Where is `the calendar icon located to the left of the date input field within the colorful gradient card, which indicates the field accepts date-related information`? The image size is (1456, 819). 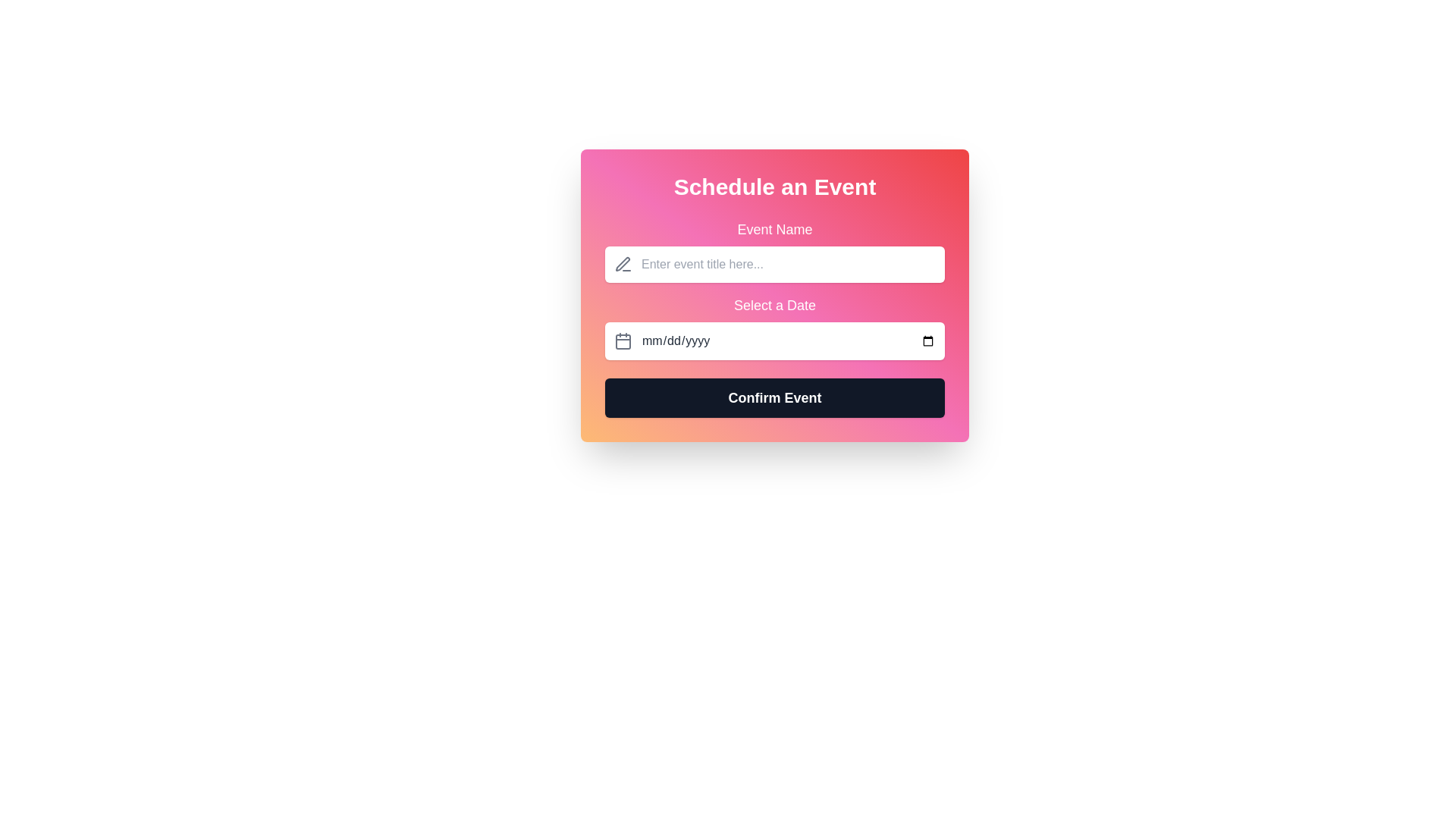
the calendar icon located to the left of the date input field within the colorful gradient card, which indicates the field accepts date-related information is located at coordinates (623, 341).